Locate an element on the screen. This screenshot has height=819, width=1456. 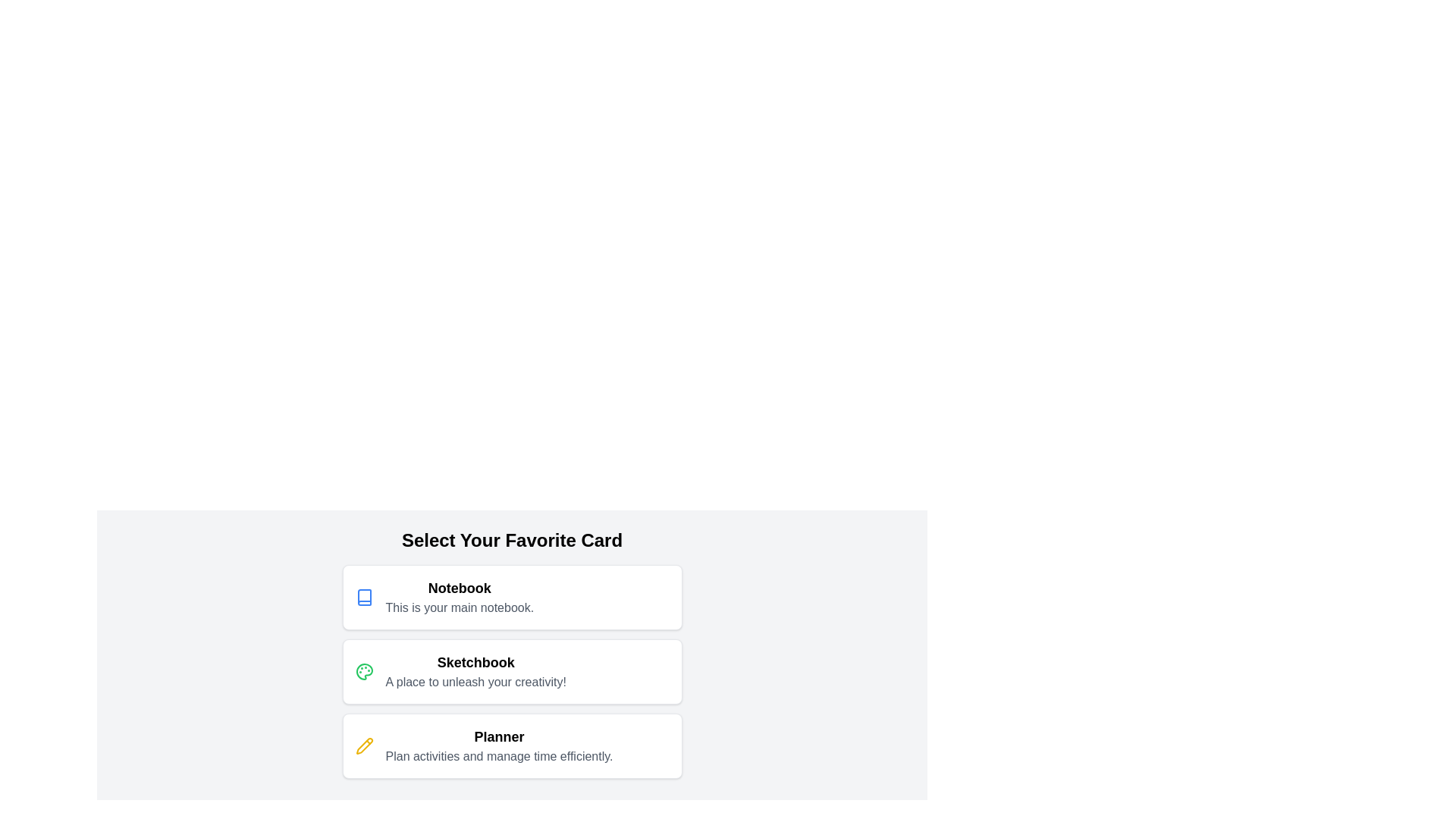
the text block at the top of the card that describes the 'Notebook' option is located at coordinates (459, 596).